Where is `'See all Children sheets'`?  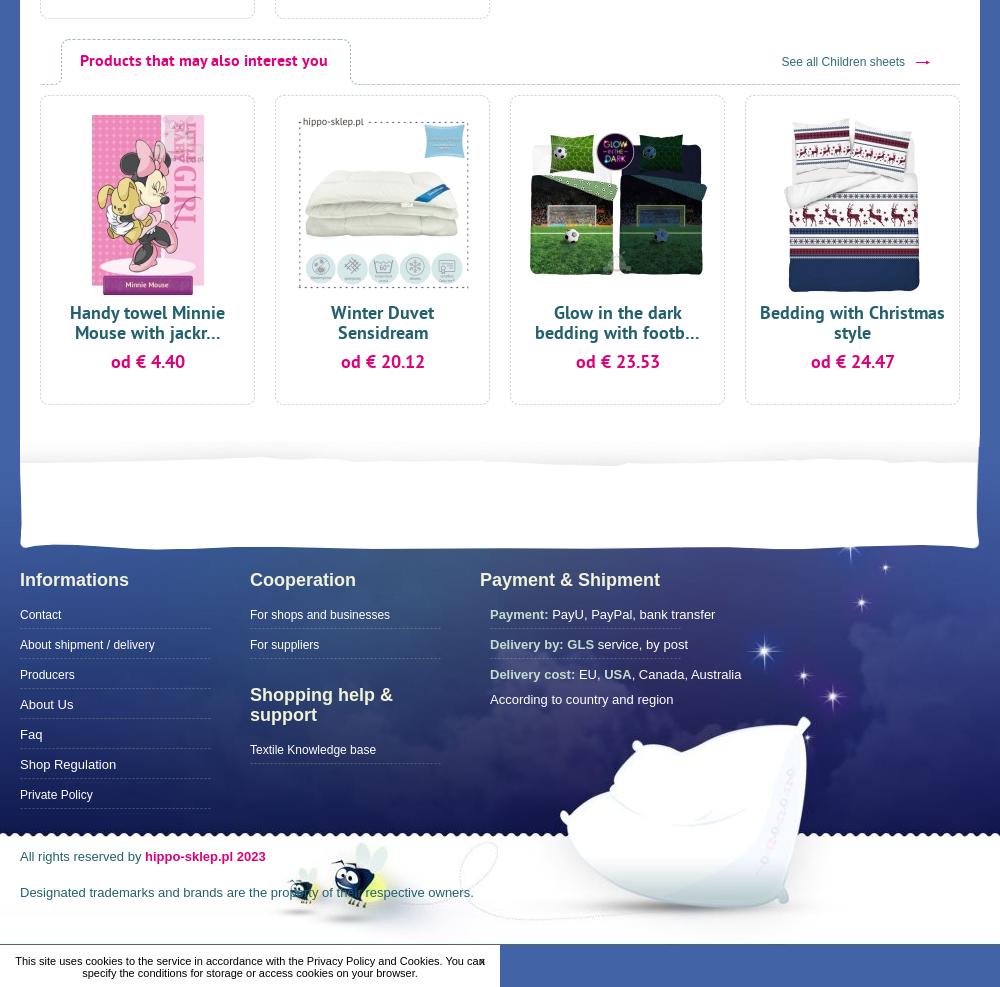
'See all Children sheets' is located at coordinates (842, 60).